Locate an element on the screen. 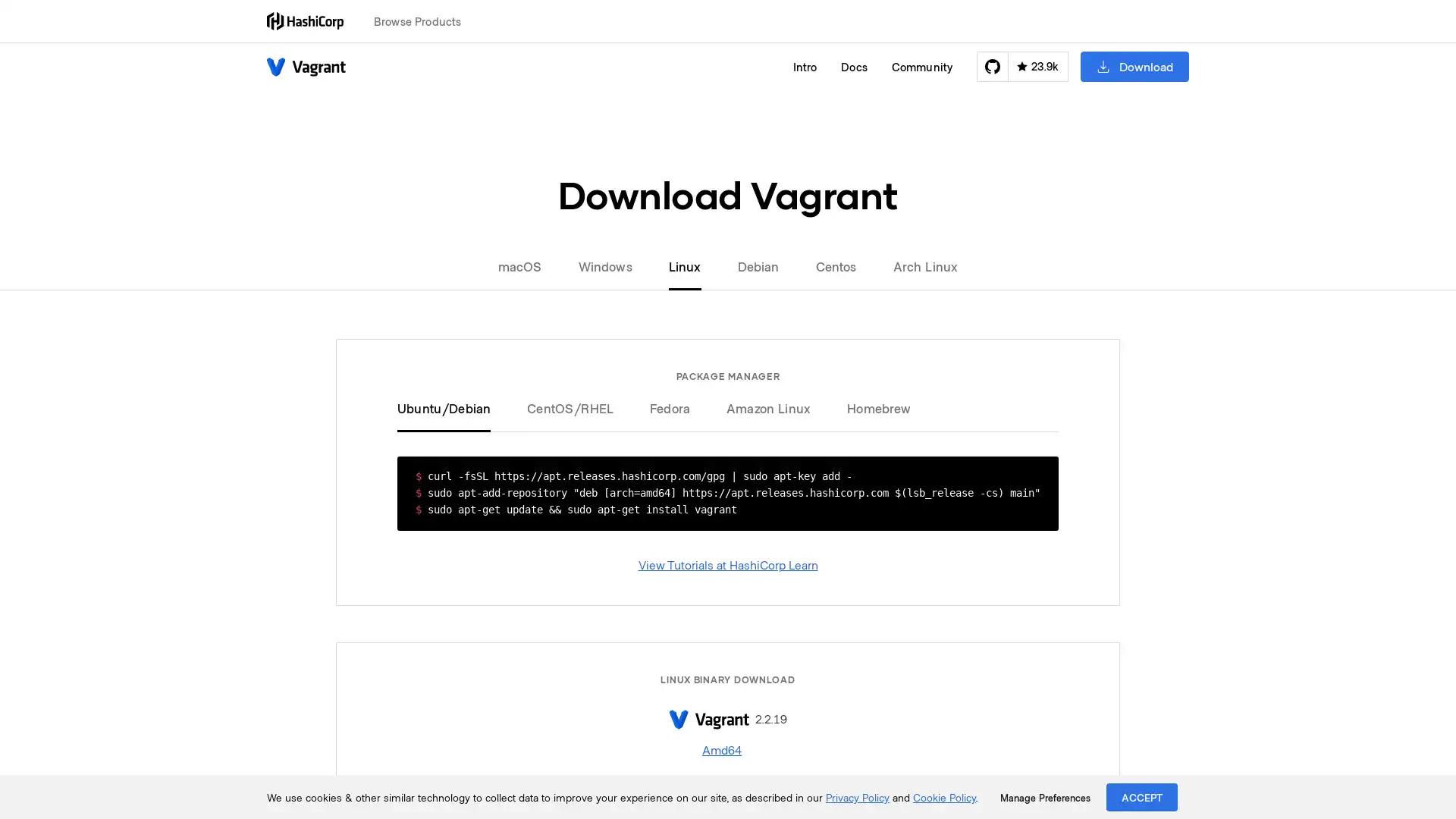  Manage Preferences is located at coordinates (1044, 797).